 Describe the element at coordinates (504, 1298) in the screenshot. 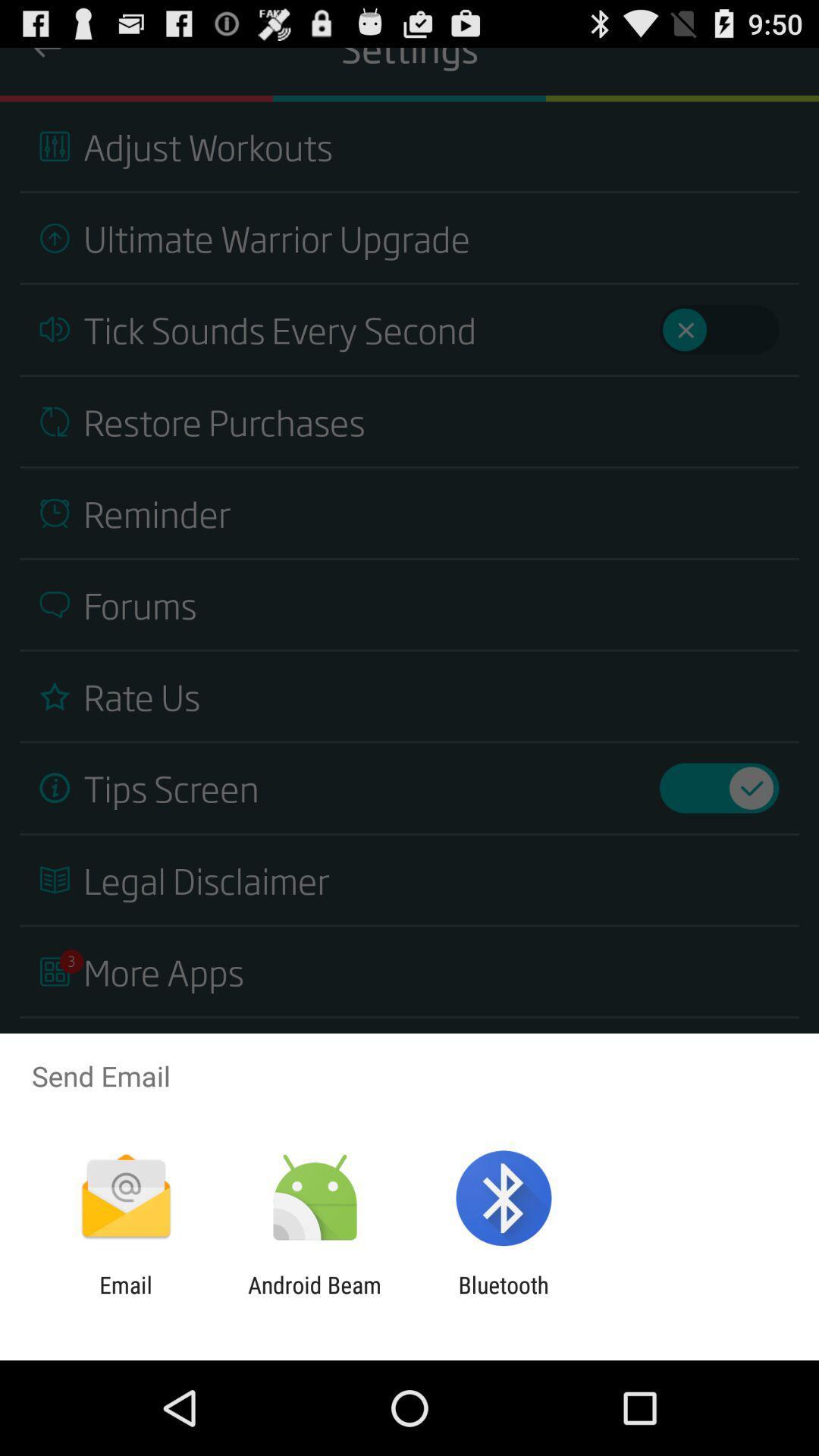

I see `the bluetooth icon` at that location.